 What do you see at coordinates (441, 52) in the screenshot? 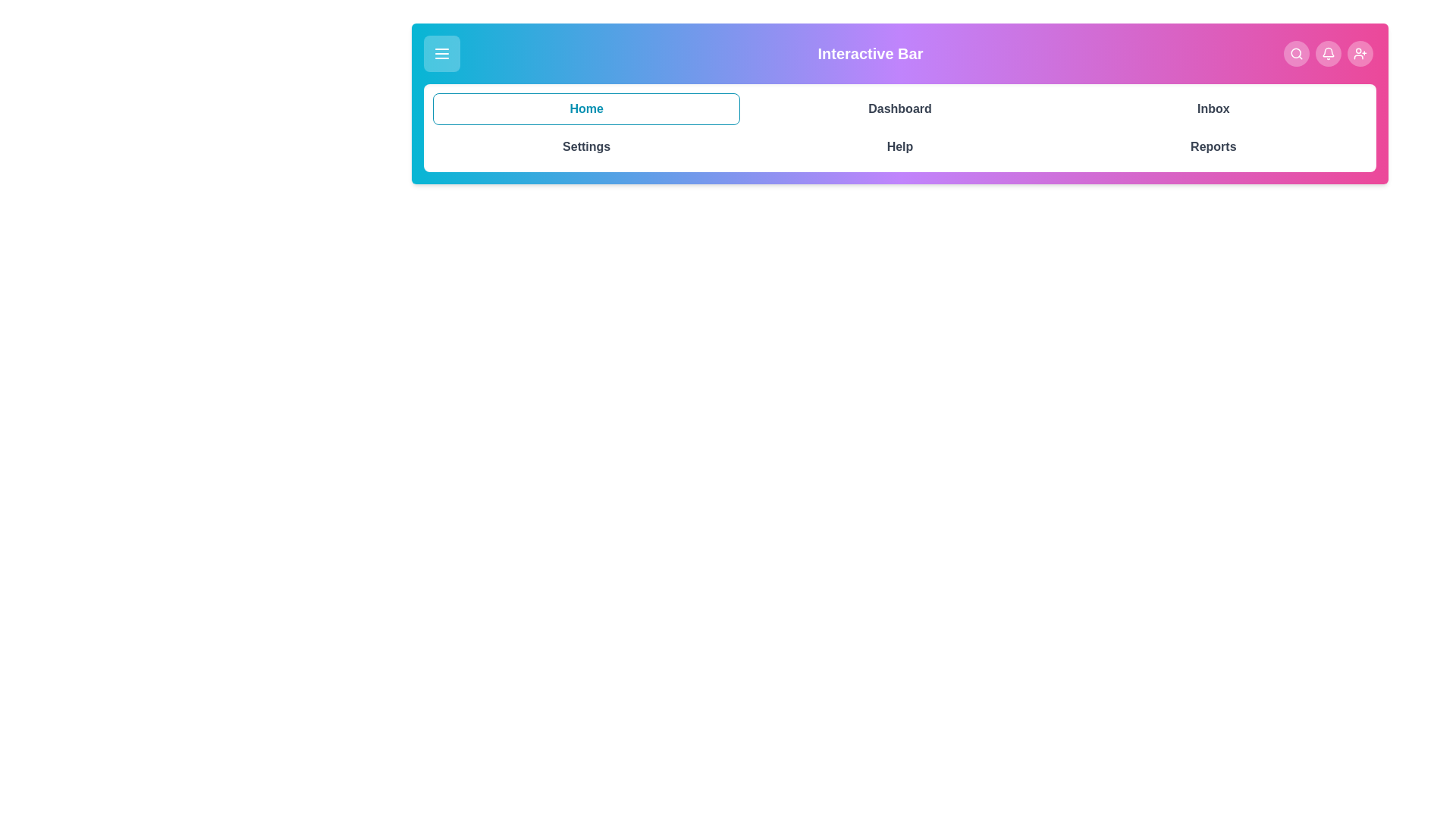
I see `menu toggle button to expand or collapse the menu` at bounding box center [441, 52].